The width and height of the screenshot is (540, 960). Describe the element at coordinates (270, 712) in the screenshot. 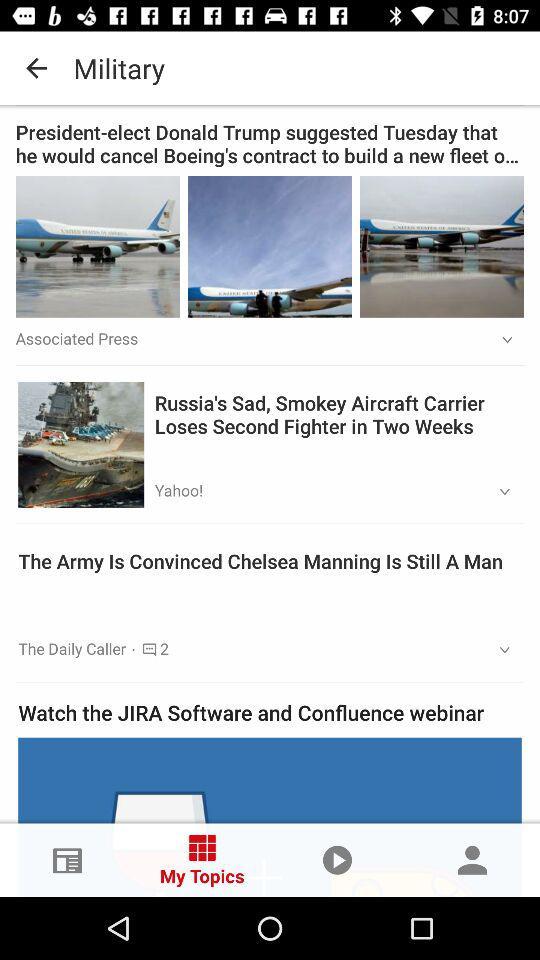

I see `watch the jira app` at that location.